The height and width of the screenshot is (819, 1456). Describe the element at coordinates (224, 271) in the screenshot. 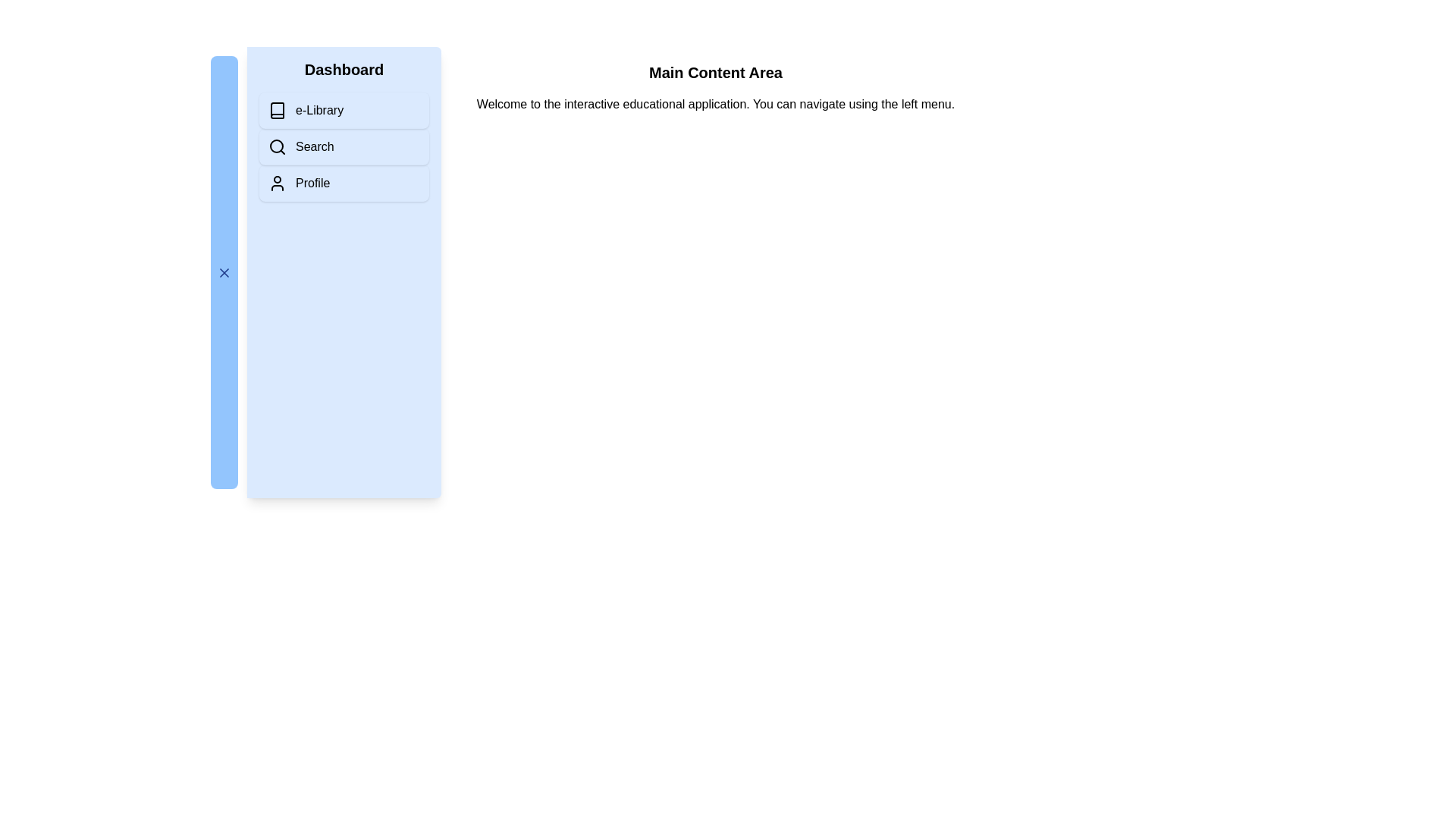

I see `the dismiss or close icon located in the left sidebar of the interface, which is centered vertically within the narrow vertical bar next to the main dashboard panel` at that location.